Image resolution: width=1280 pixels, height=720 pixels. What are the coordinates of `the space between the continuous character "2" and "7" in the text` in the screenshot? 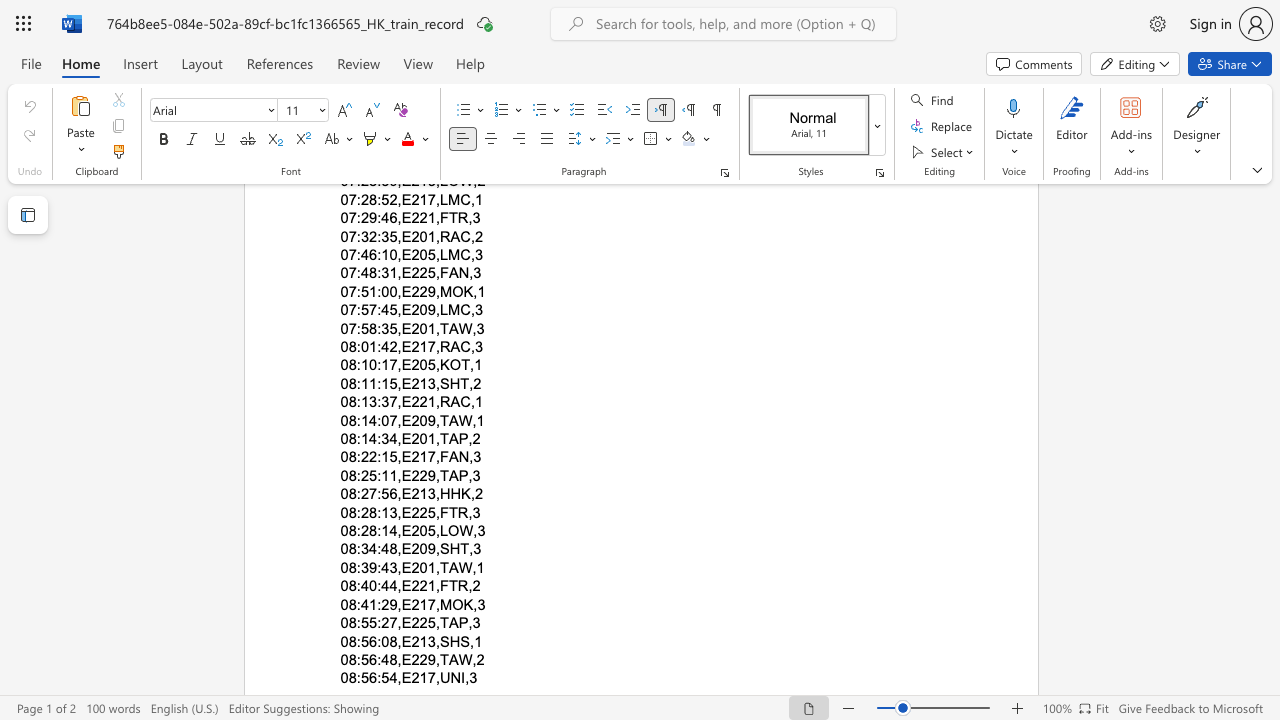 It's located at (369, 494).